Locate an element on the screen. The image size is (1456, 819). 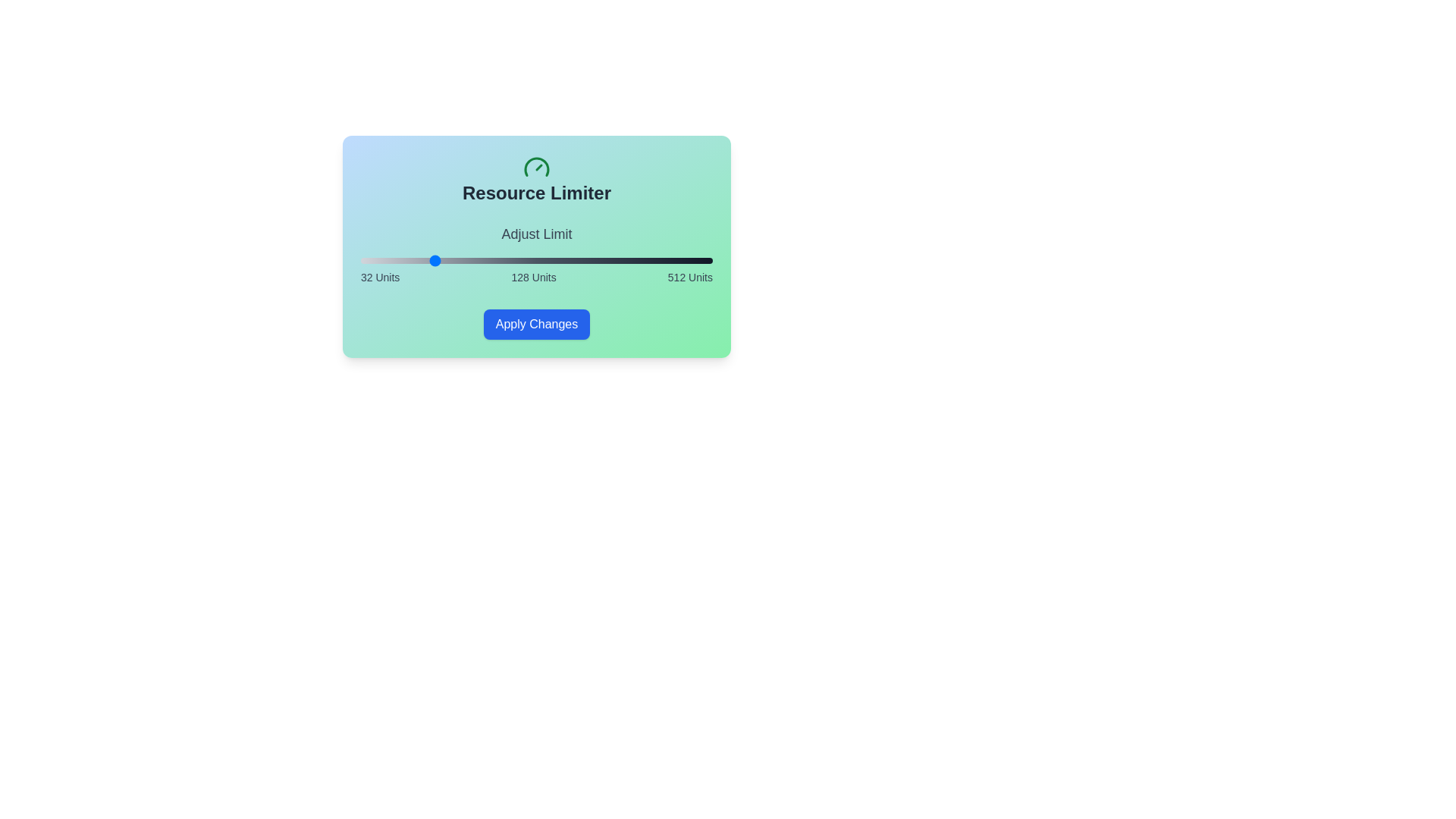
the slider to set its value to 431 is located at coordinates (653, 259).